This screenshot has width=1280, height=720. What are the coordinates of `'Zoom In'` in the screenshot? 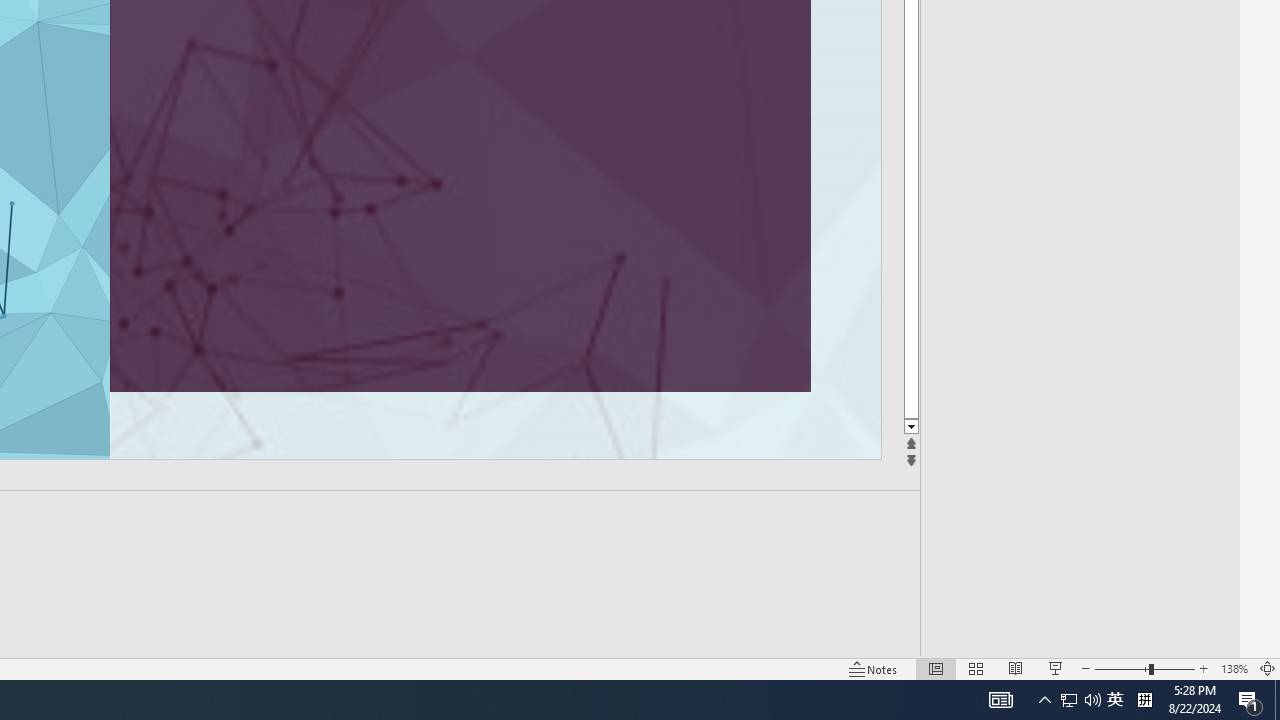 It's located at (1203, 669).